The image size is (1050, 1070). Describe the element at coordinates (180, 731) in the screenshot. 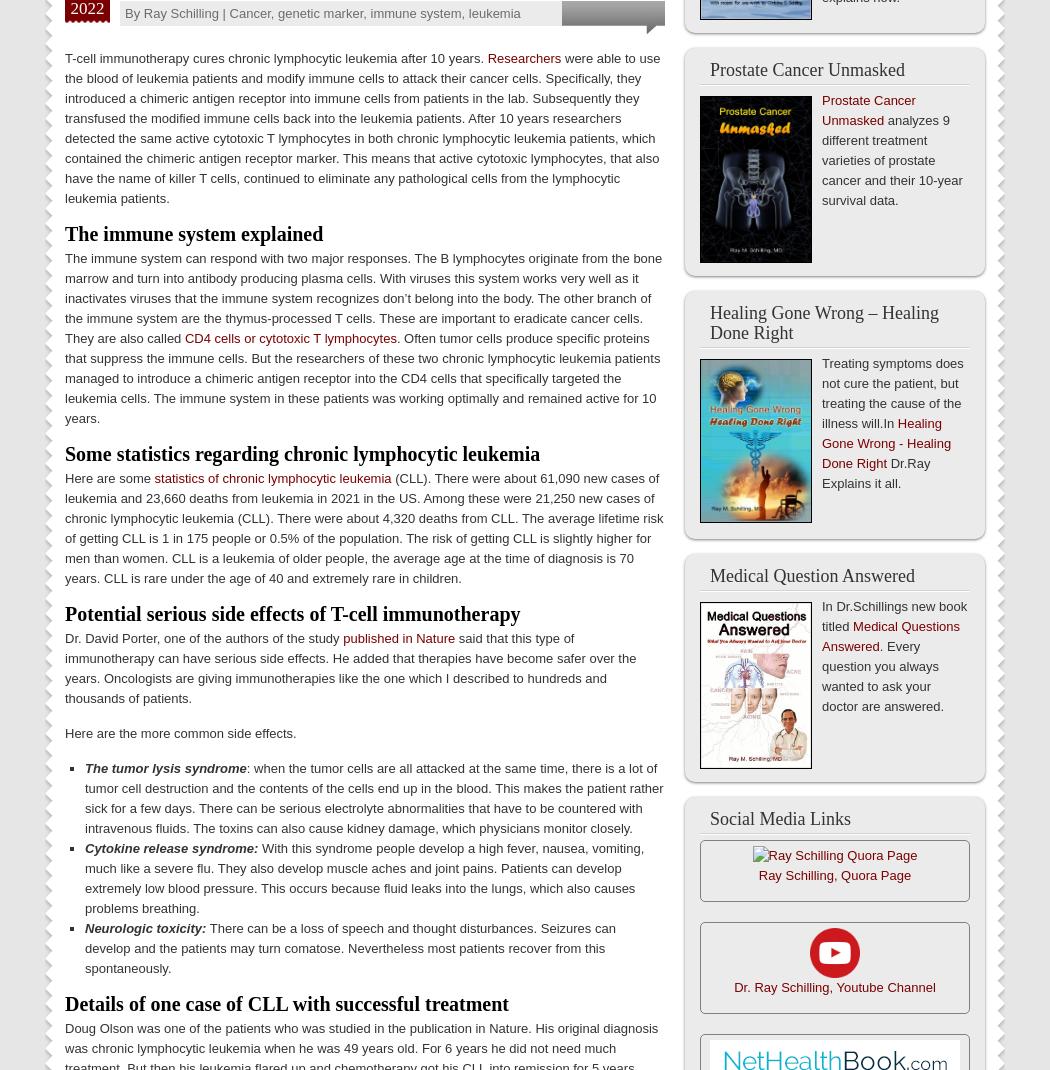

I see `'Here are the more common side effects.'` at that location.